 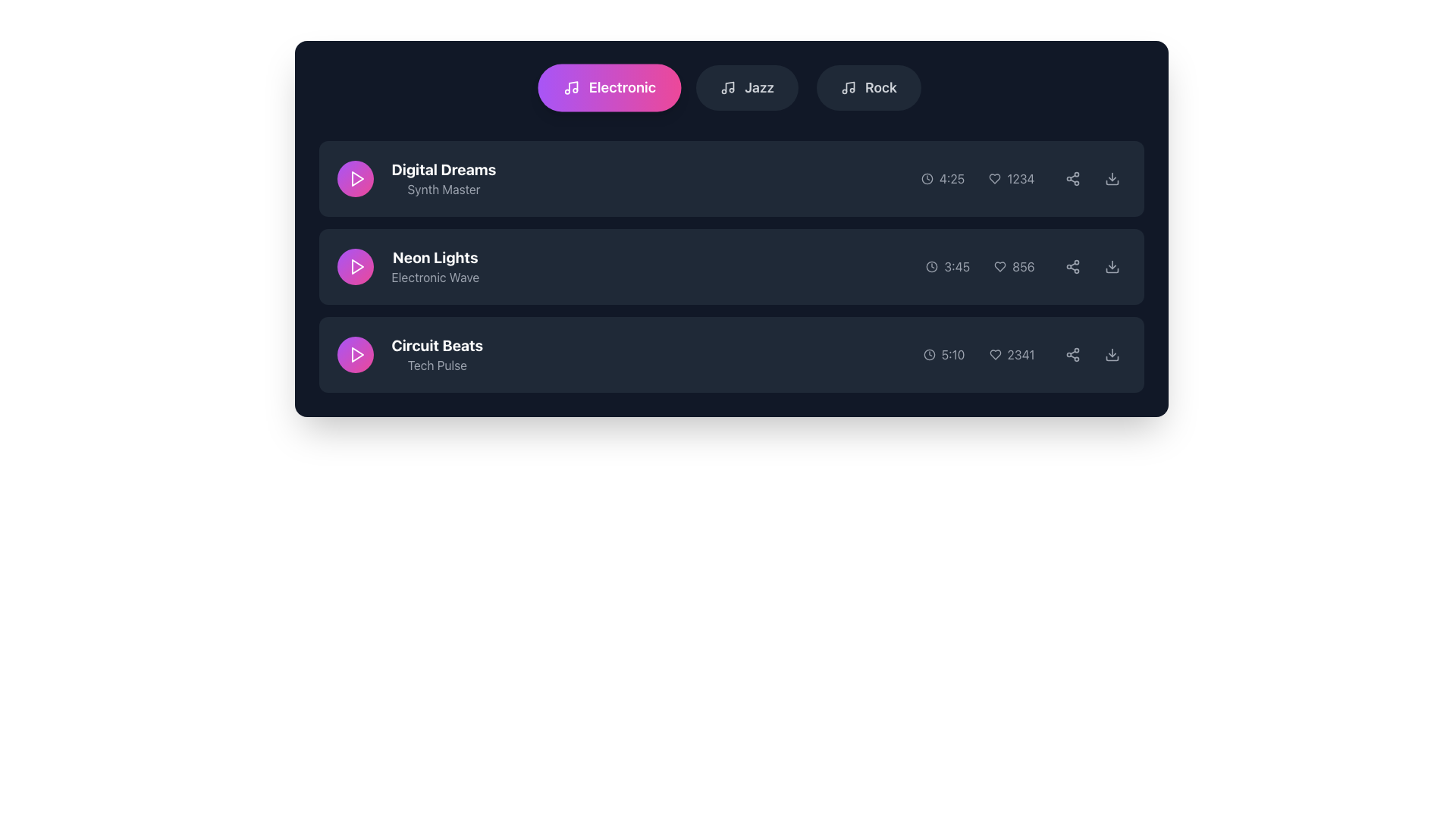 What do you see at coordinates (1112, 177) in the screenshot?
I see `the 'Download' icon button located in the top-right corner of the first track in the playlist to initiate the download of the corresponding music track` at bounding box center [1112, 177].